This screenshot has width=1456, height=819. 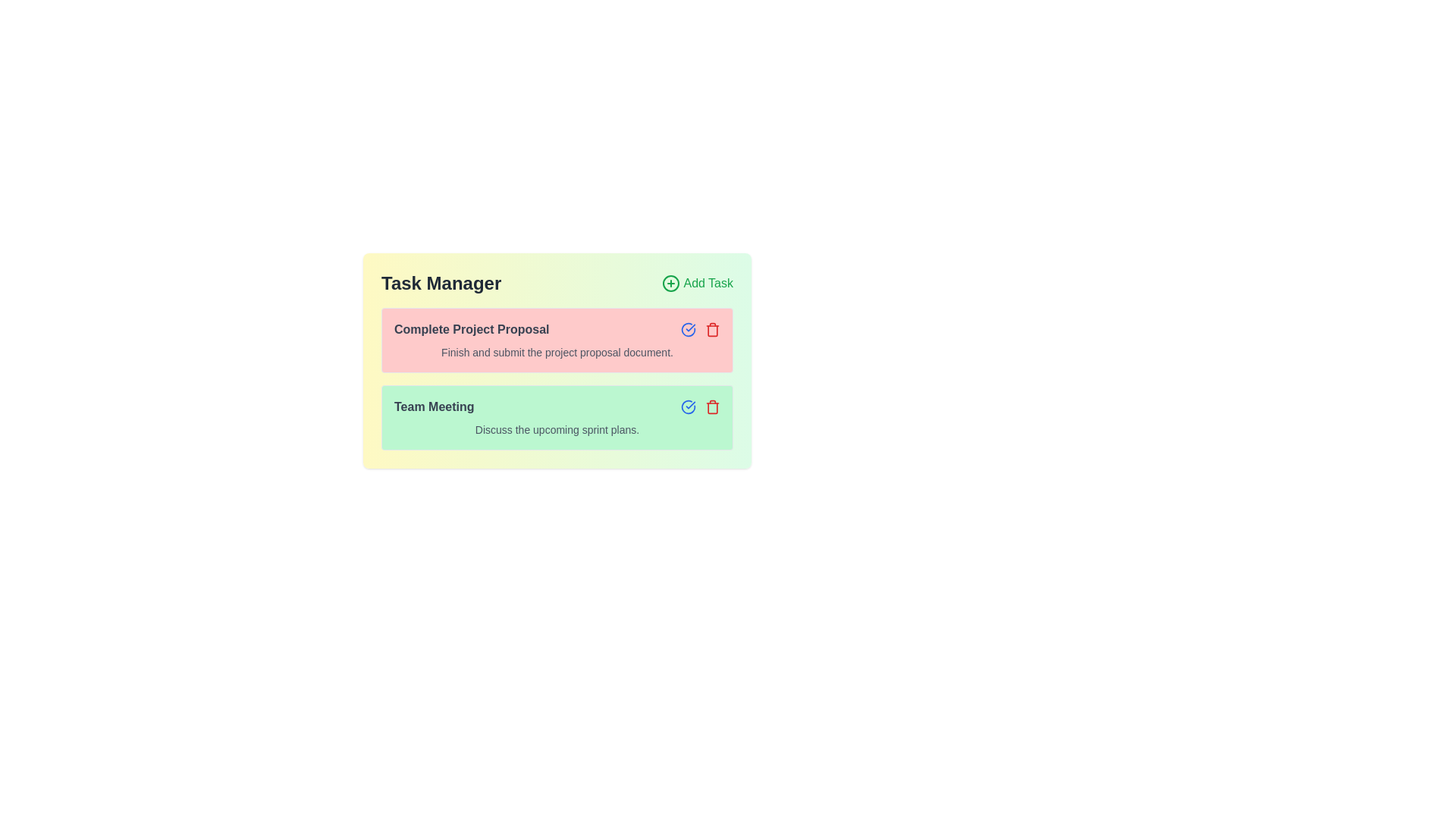 I want to click on the interactive completion toggle icon located, so click(x=687, y=329).